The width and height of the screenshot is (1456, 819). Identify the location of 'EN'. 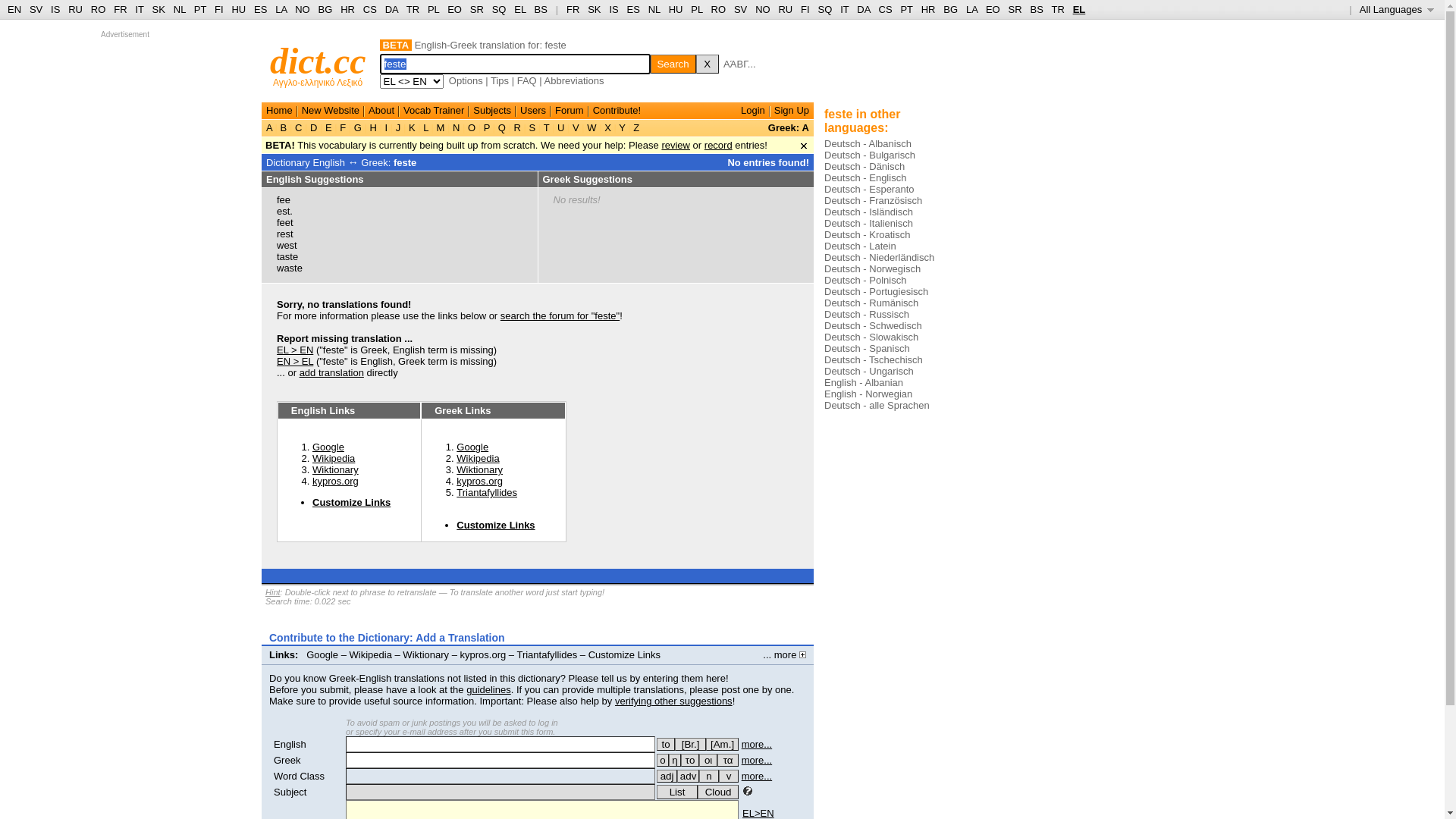
(14, 9).